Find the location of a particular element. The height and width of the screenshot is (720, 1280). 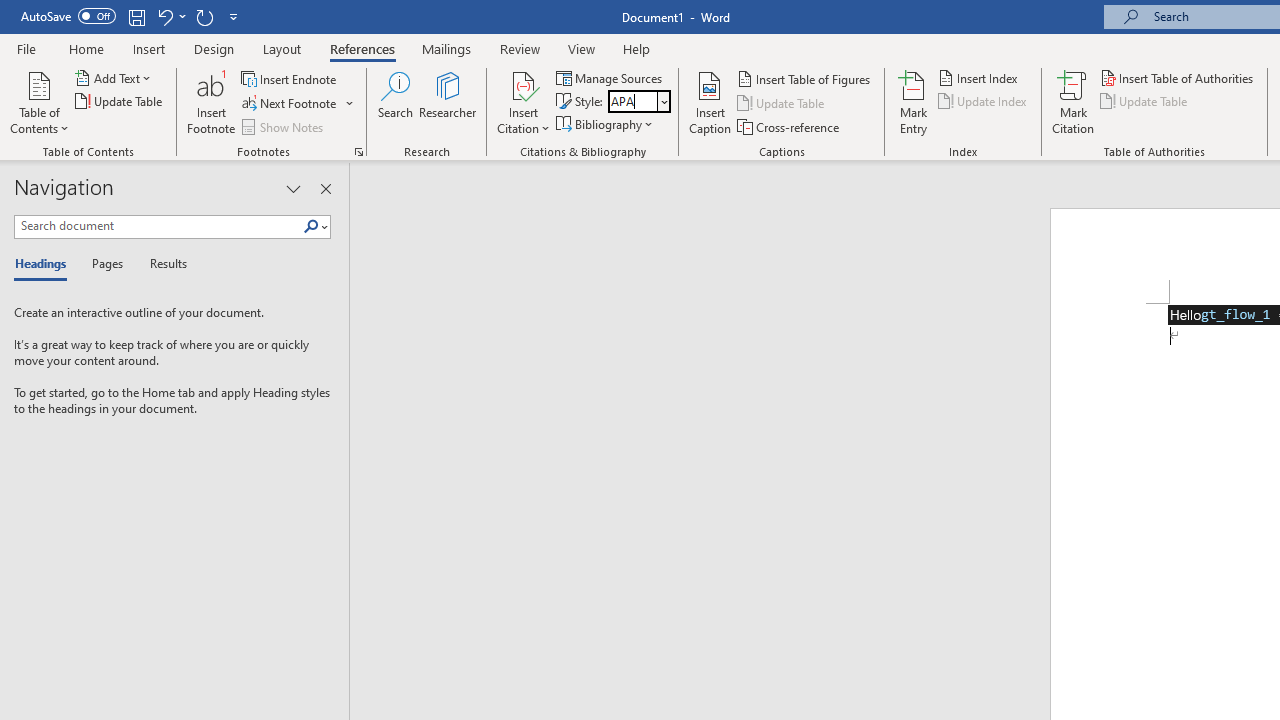

'Repeat Underline Style' is located at coordinates (204, 16).